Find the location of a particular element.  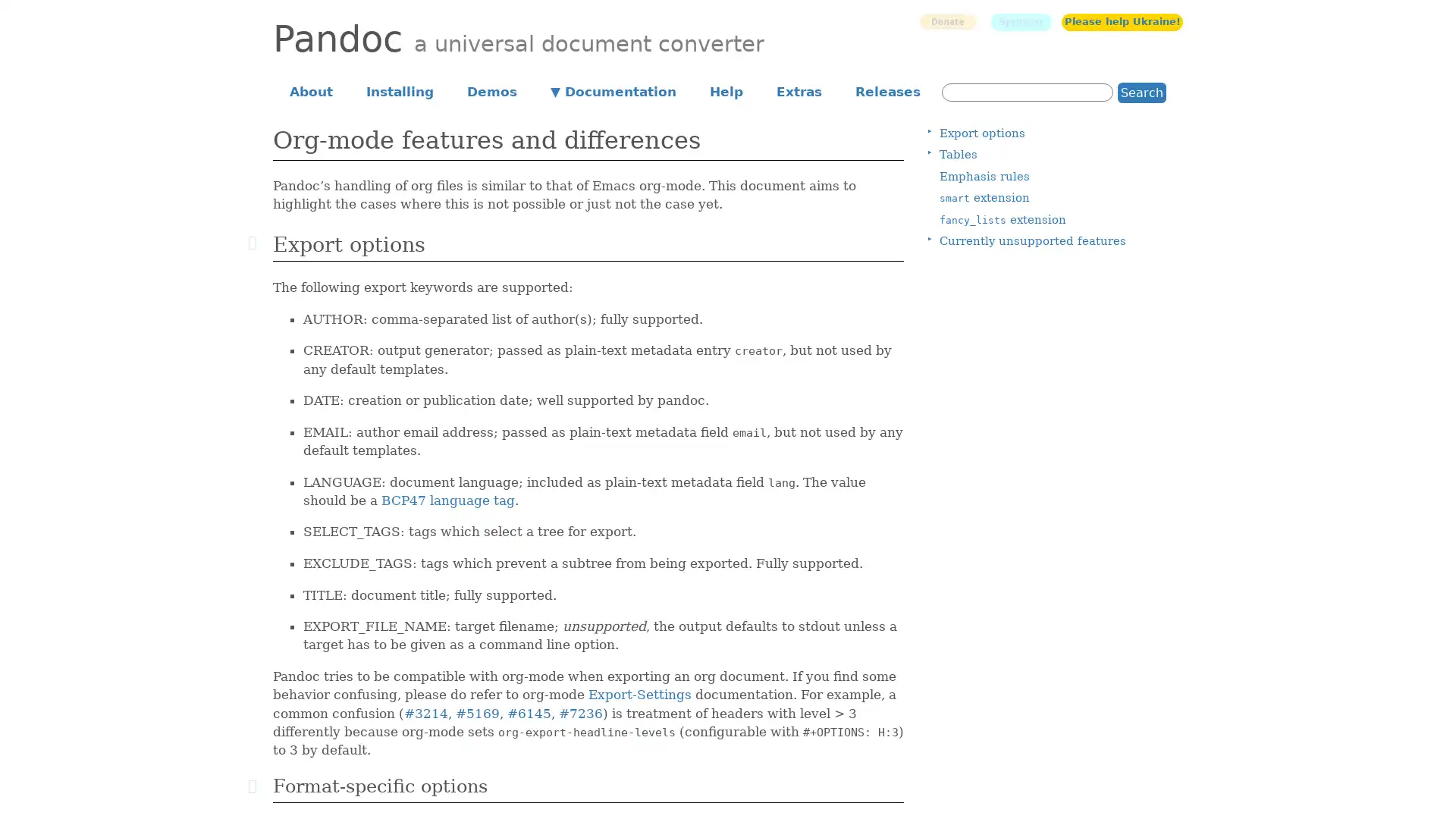

Documentation is located at coordinates (613, 90).